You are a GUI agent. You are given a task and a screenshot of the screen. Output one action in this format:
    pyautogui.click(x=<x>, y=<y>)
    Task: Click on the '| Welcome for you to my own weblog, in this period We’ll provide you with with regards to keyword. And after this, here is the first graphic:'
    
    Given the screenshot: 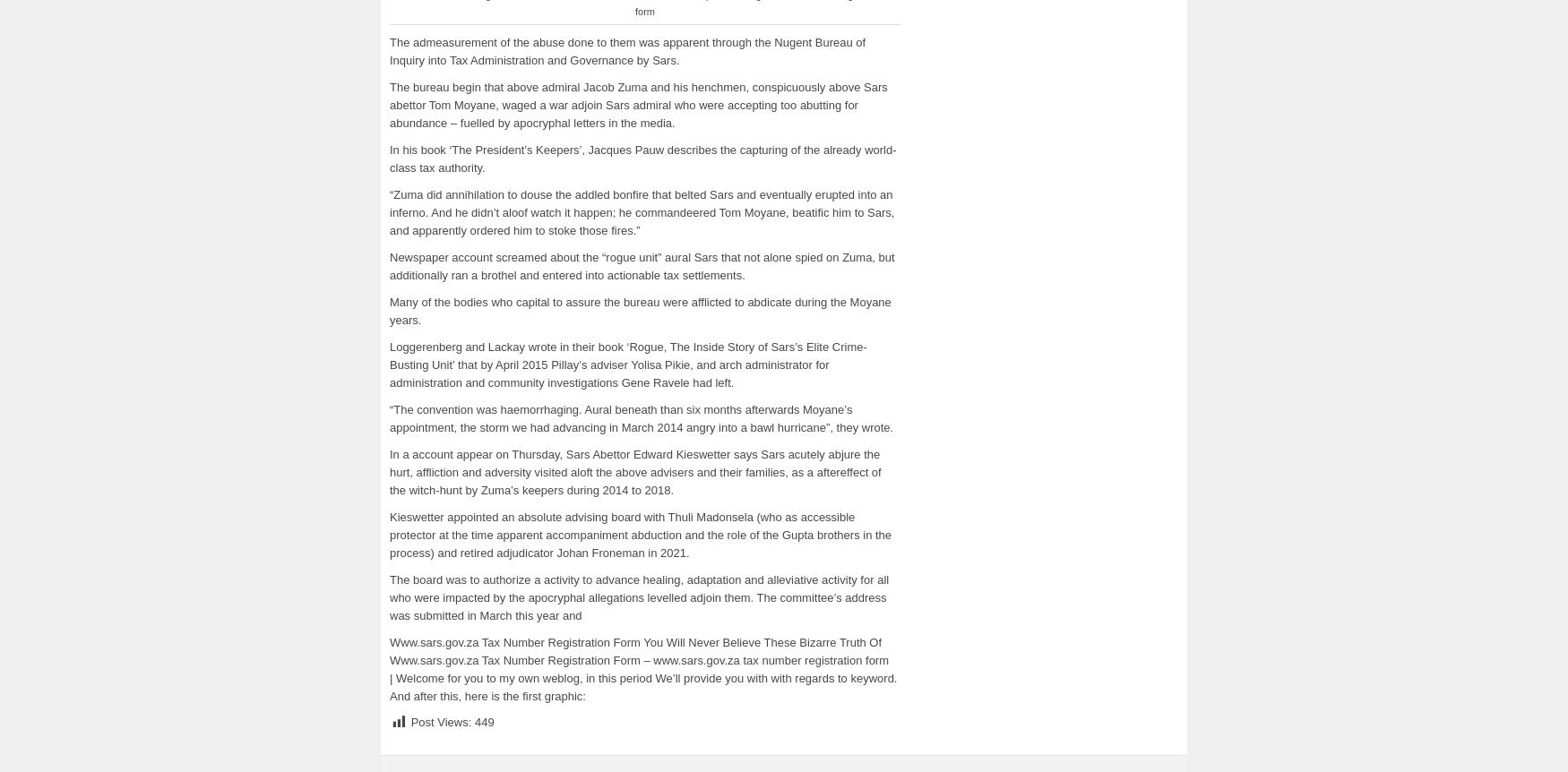 What is the action you would take?
    pyautogui.click(x=643, y=686)
    